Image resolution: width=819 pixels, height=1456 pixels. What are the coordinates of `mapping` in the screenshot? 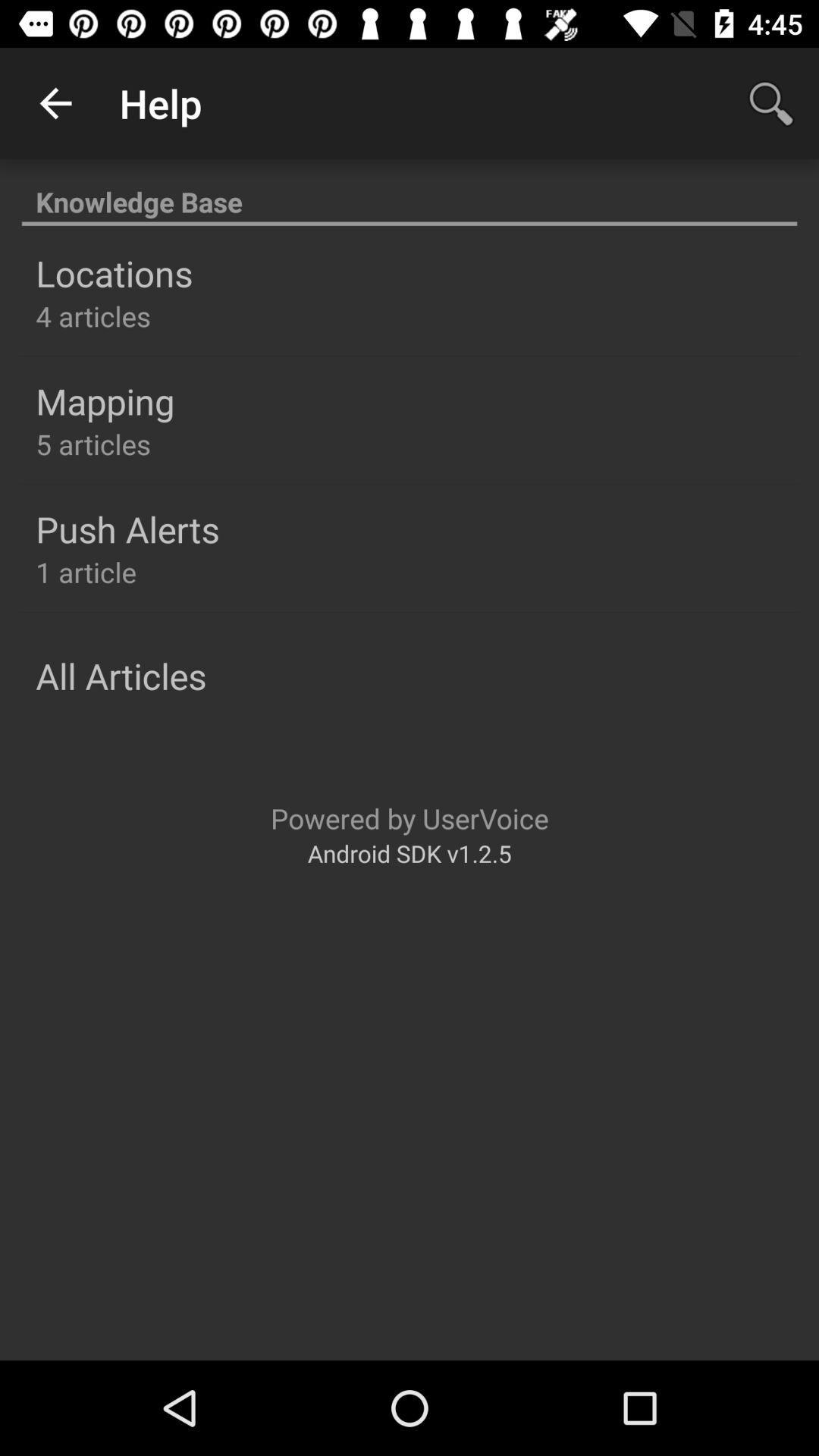 It's located at (104, 401).